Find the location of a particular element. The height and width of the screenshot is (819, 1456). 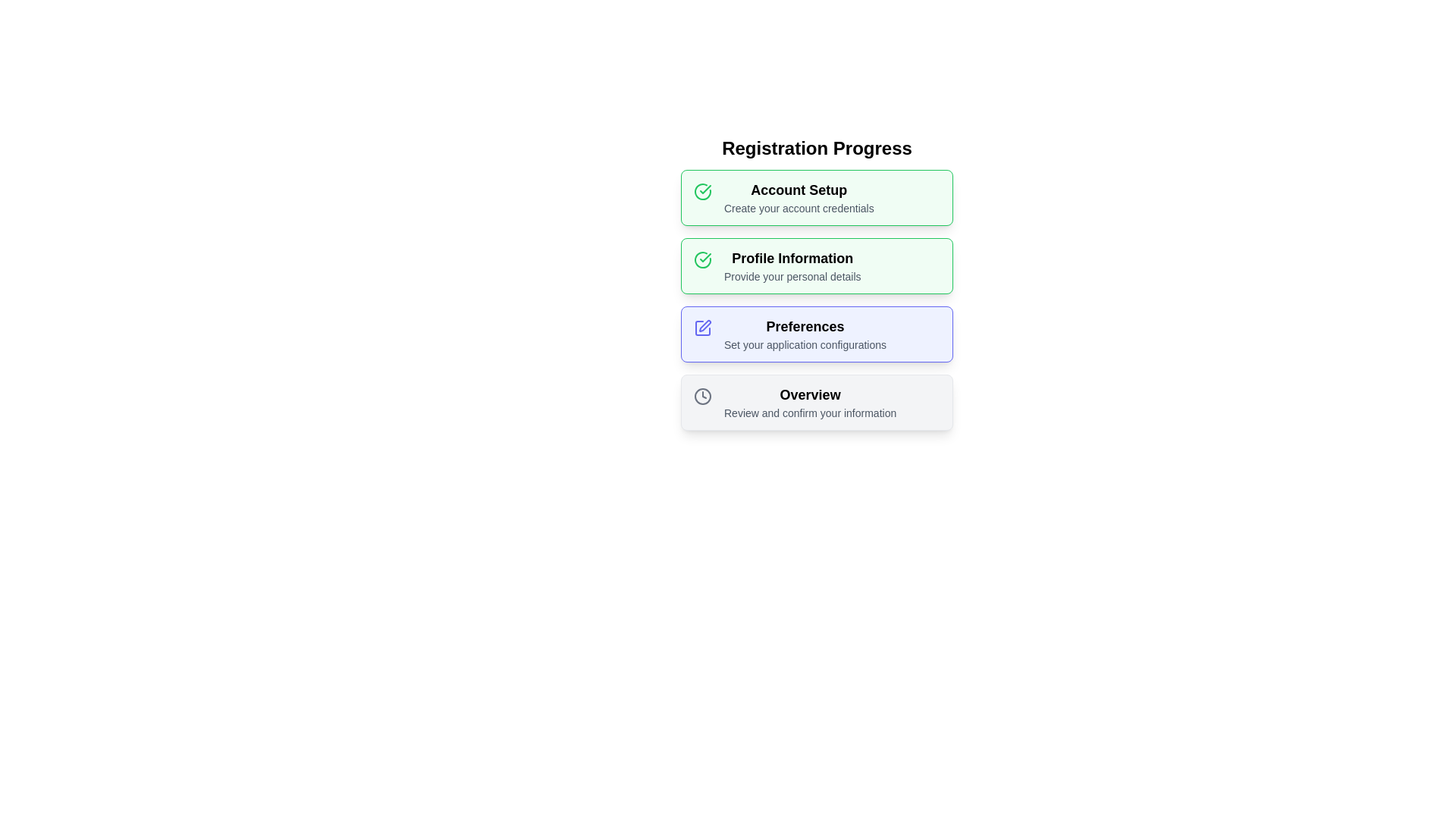

the green checkmark icon indicating a completed task located at the top-left corner of the 'Account Setup' notification card is located at coordinates (701, 189).